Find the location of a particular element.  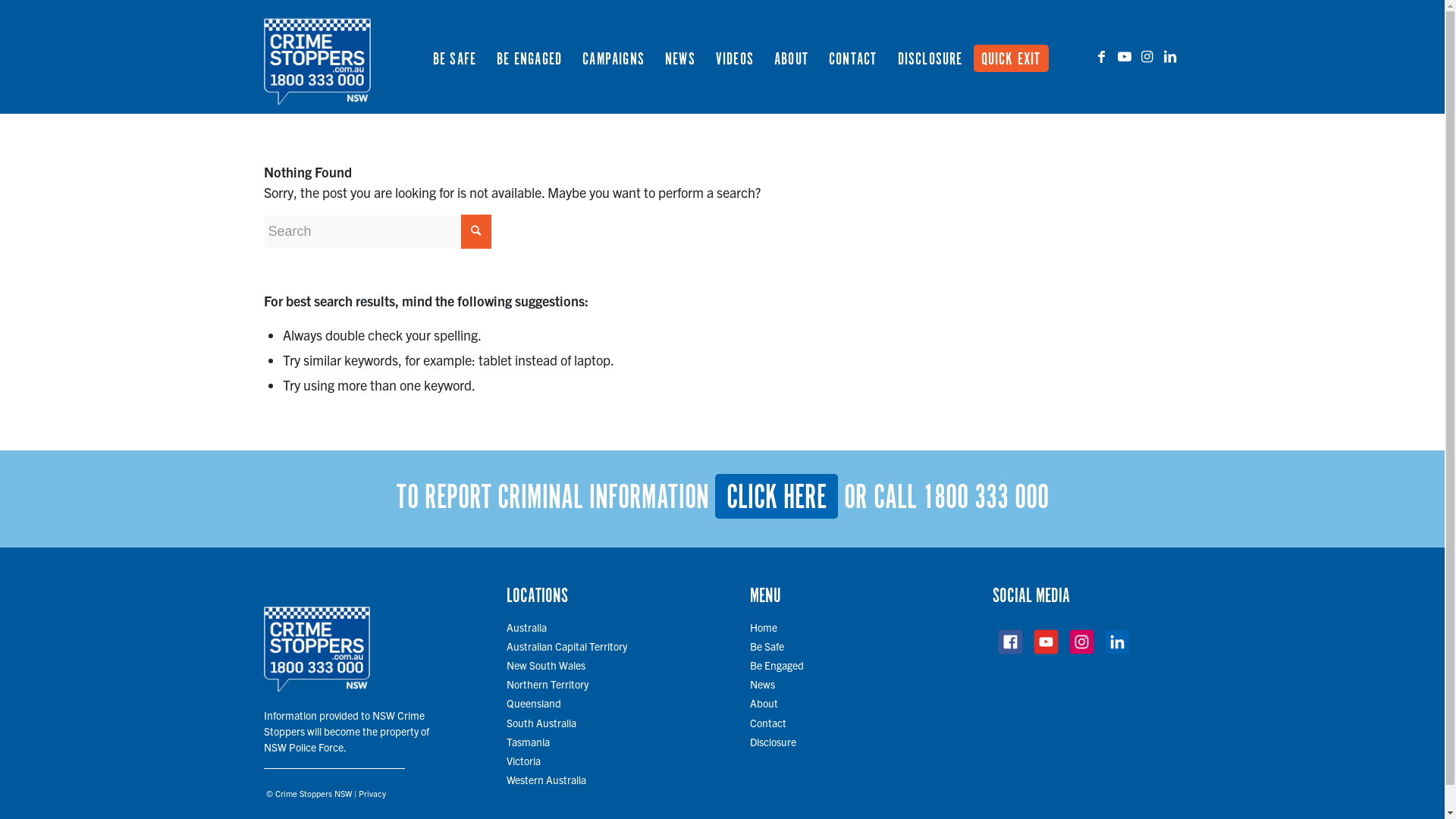

'CLICK HERE' is located at coordinates (775, 496).